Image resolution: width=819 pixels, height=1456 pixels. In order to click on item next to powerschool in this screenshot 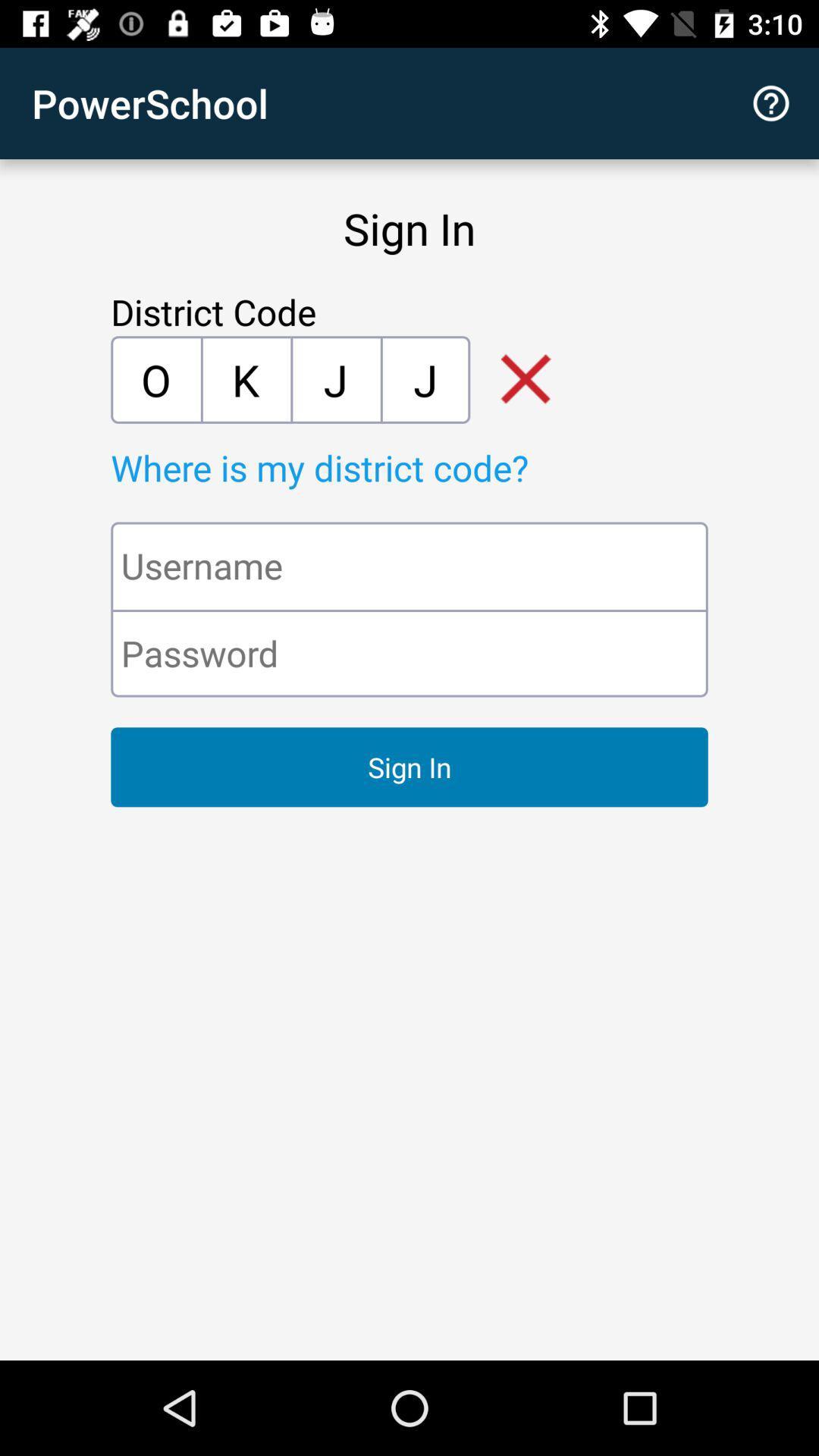, I will do `click(771, 102)`.